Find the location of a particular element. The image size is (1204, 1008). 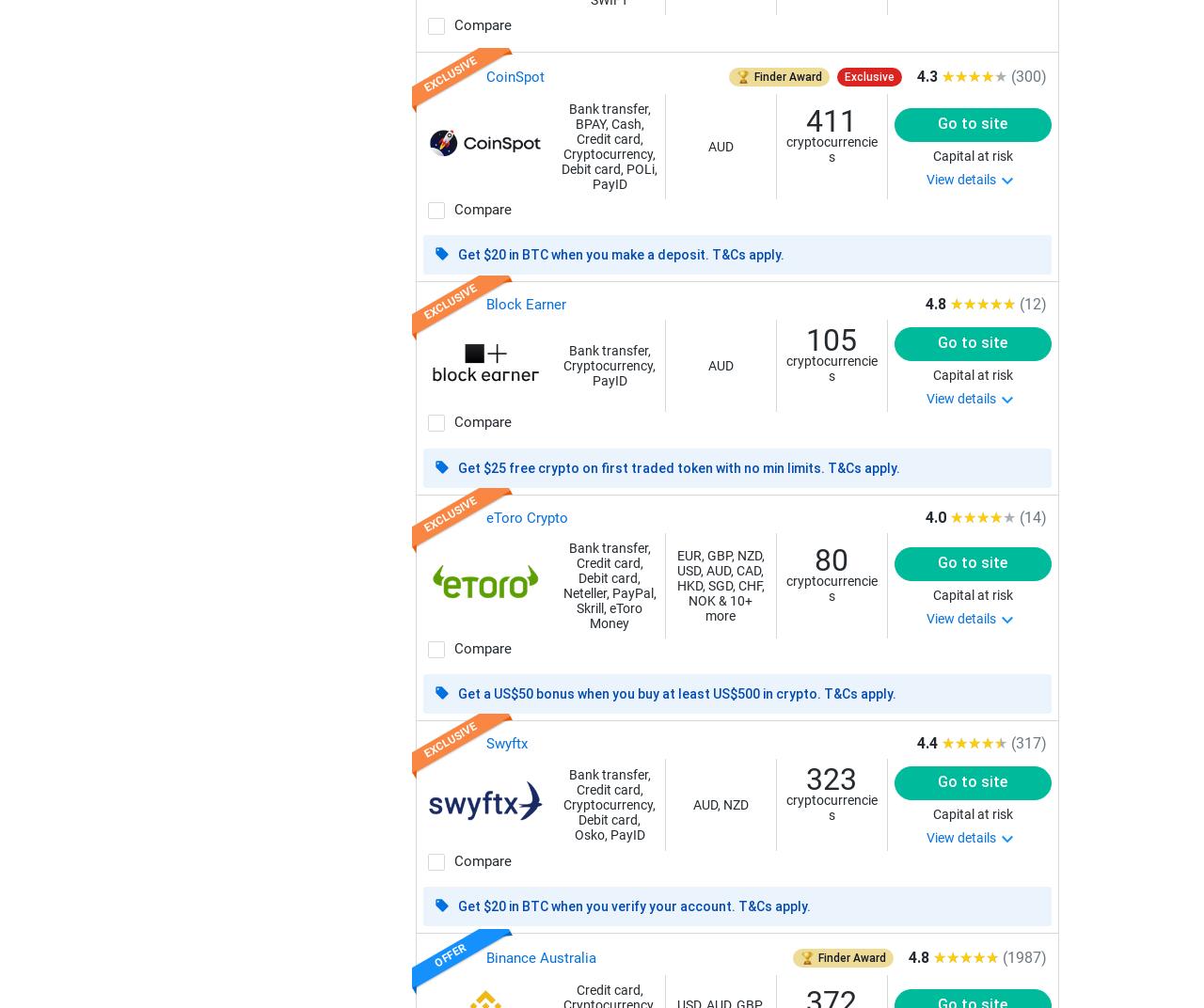

'Exclusive' is located at coordinates (844, 76).